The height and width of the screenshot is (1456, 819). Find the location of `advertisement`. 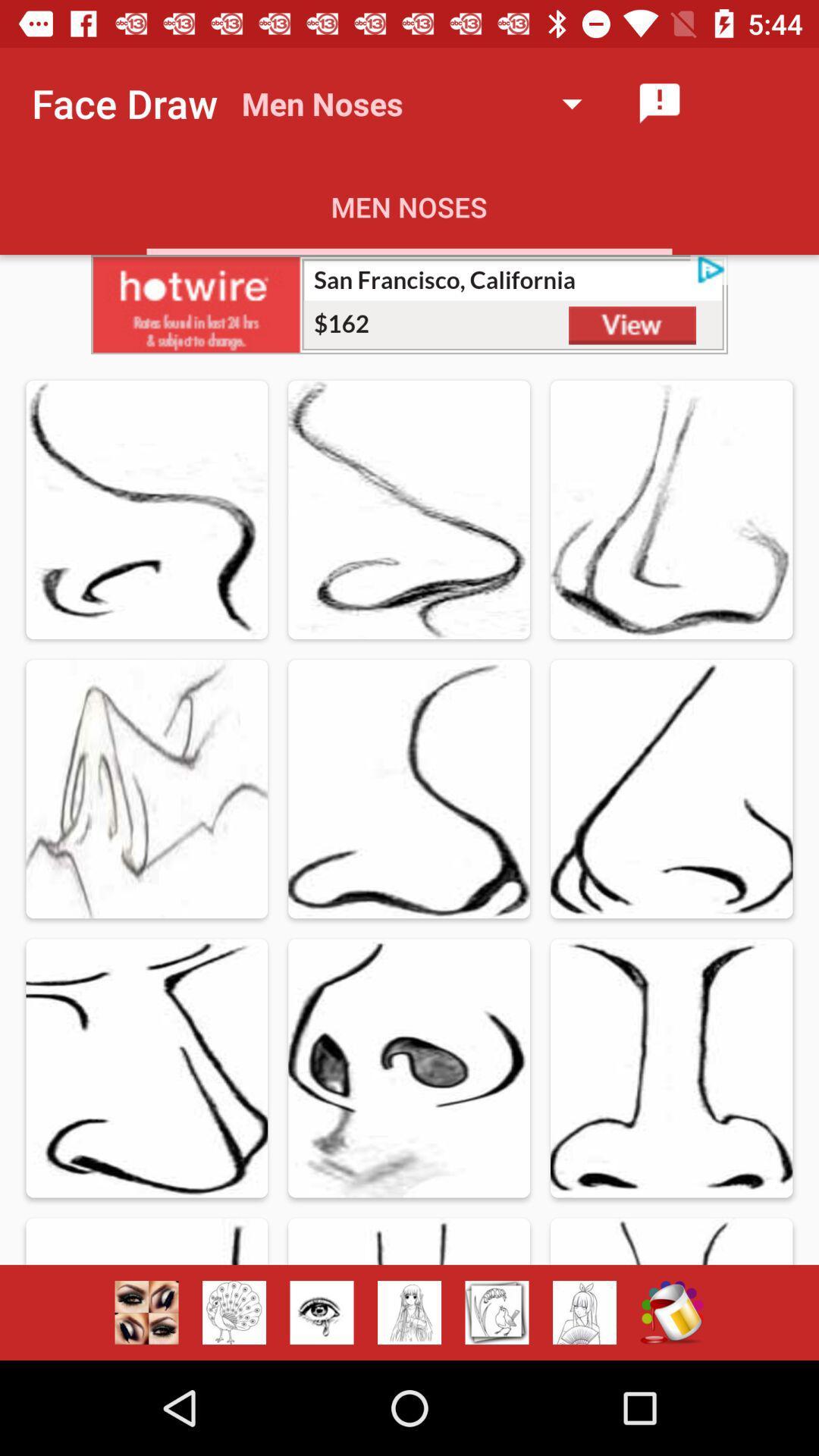

advertisement is located at coordinates (409, 303).